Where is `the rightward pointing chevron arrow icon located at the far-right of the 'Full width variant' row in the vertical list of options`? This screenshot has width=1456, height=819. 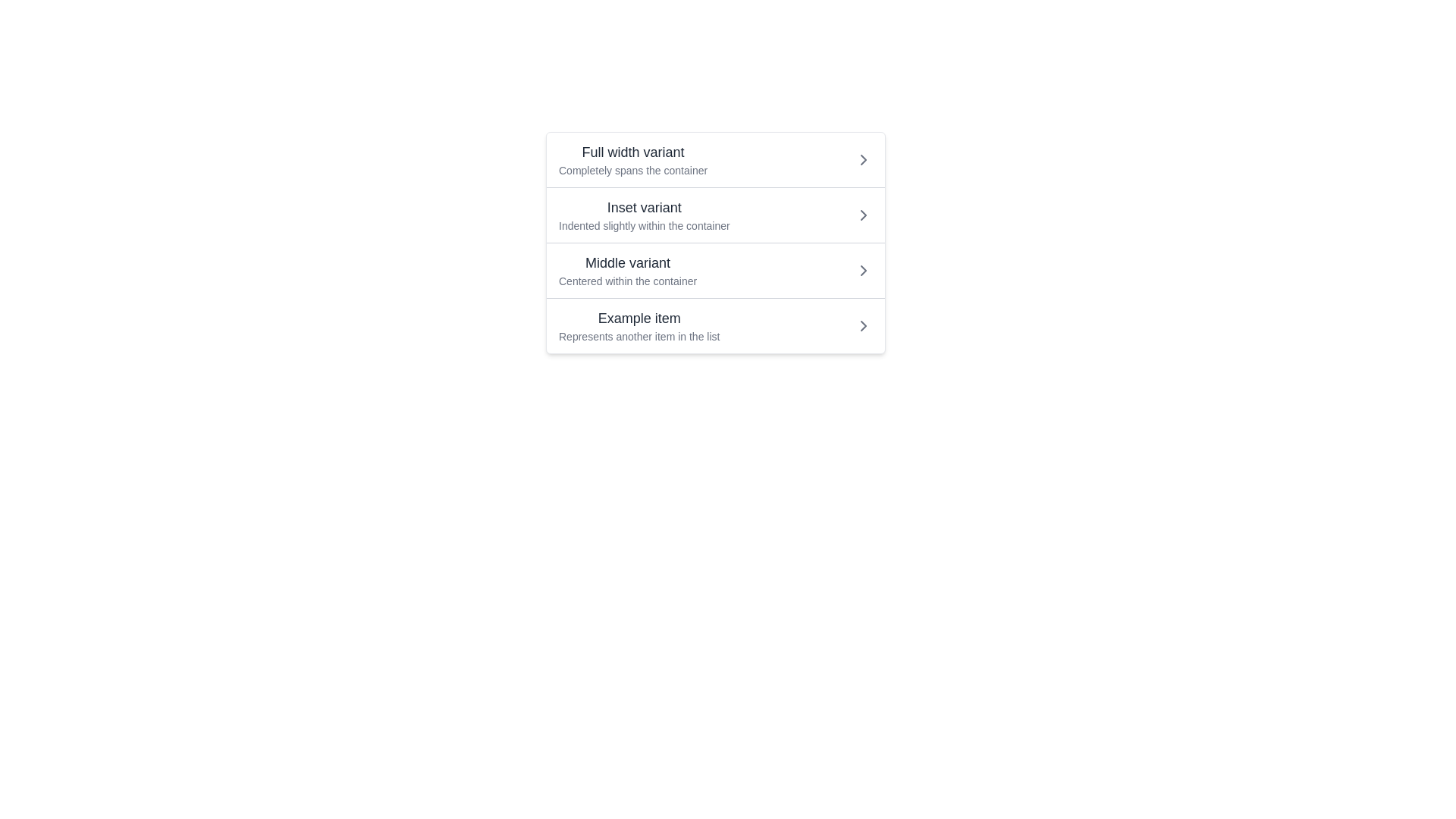
the rightward pointing chevron arrow icon located at the far-right of the 'Full width variant' row in the vertical list of options is located at coordinates (863, 160).